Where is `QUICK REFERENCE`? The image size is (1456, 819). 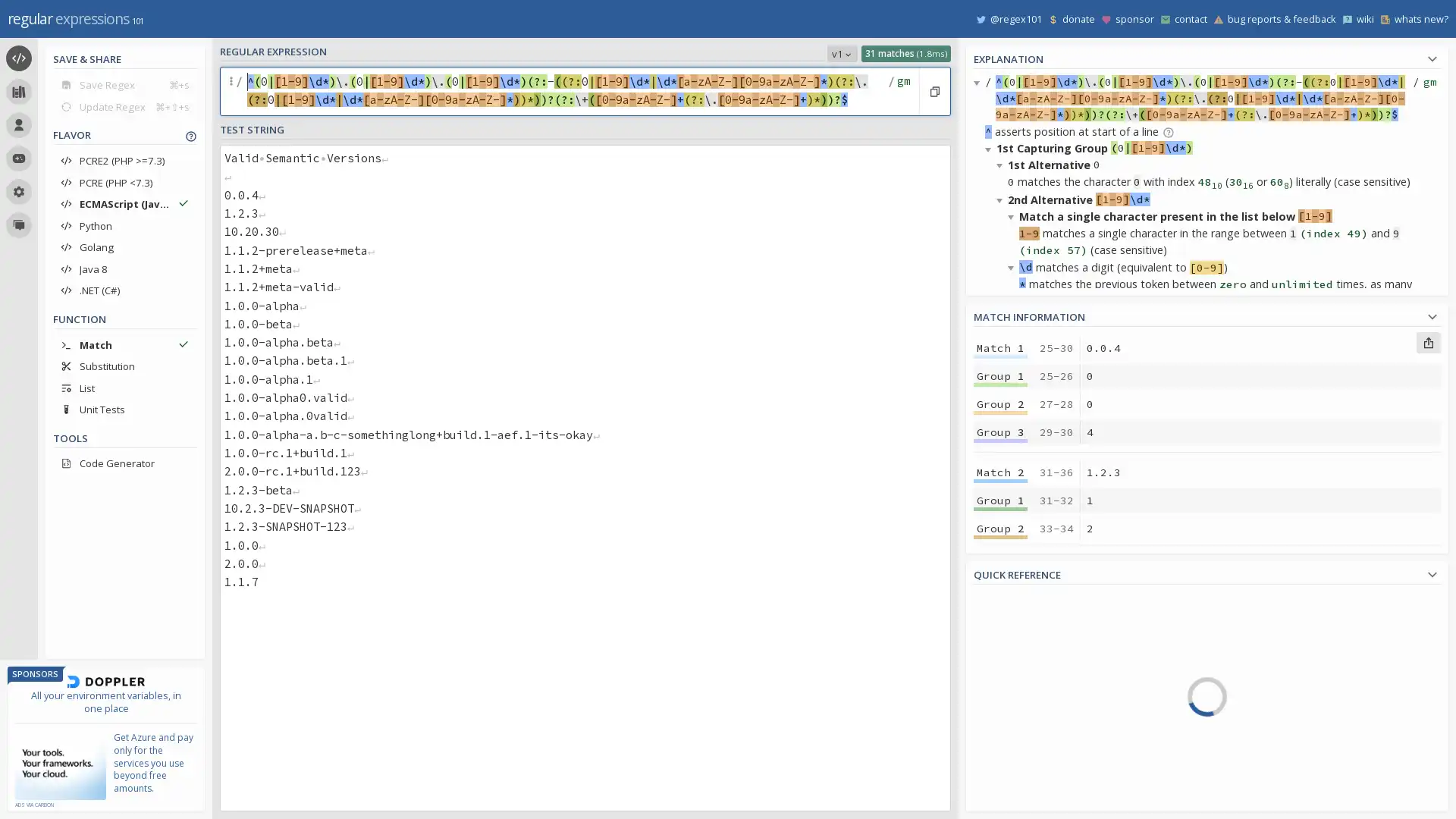 QUICK REFERENCE is located at coordinates (1207, 573).